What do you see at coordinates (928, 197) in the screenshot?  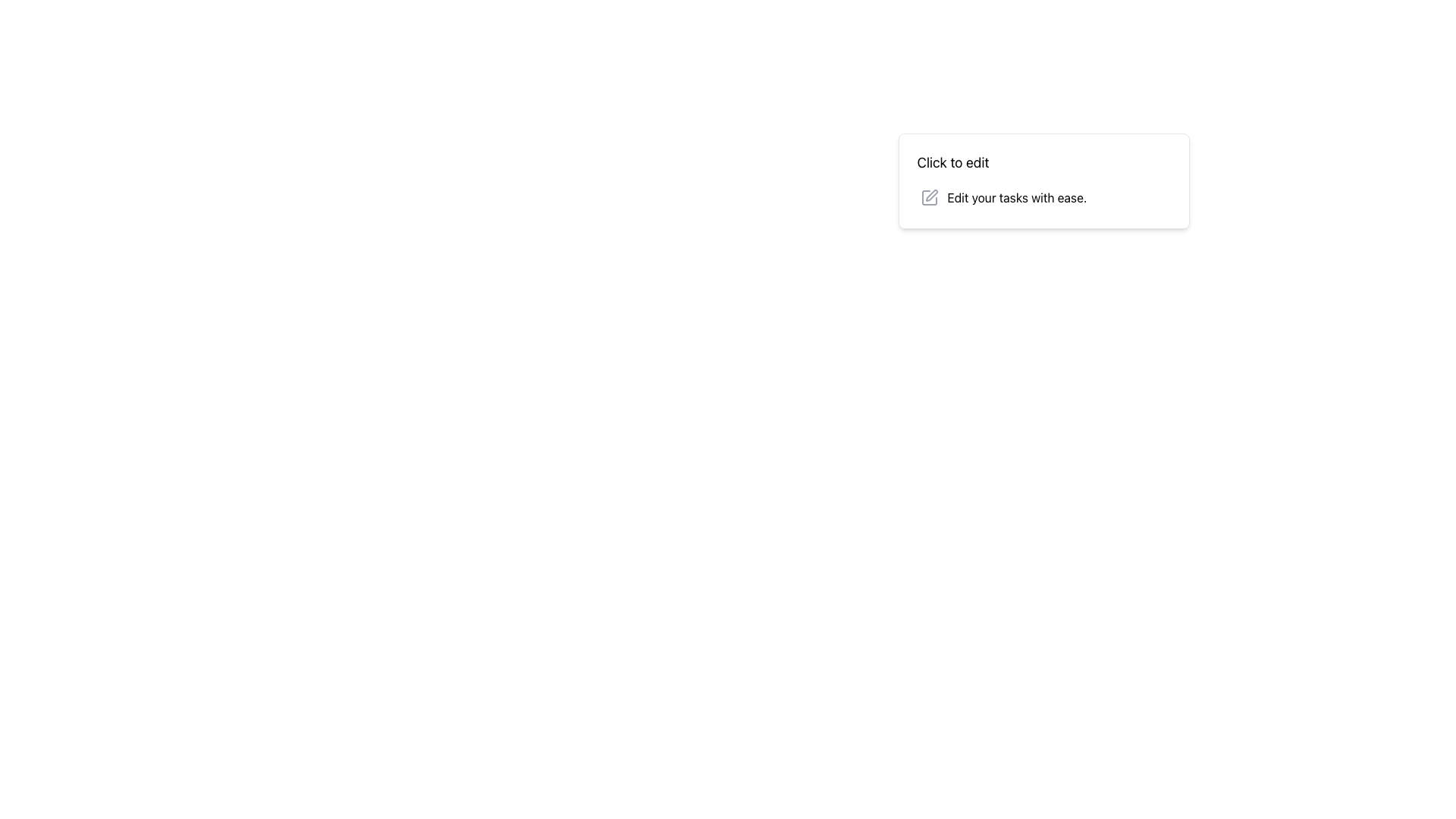 I see `the edit icon located to the left of the text 'Edit your tasks with ease.' within the top-right section of the main interface` at bounding box center [928, 197].